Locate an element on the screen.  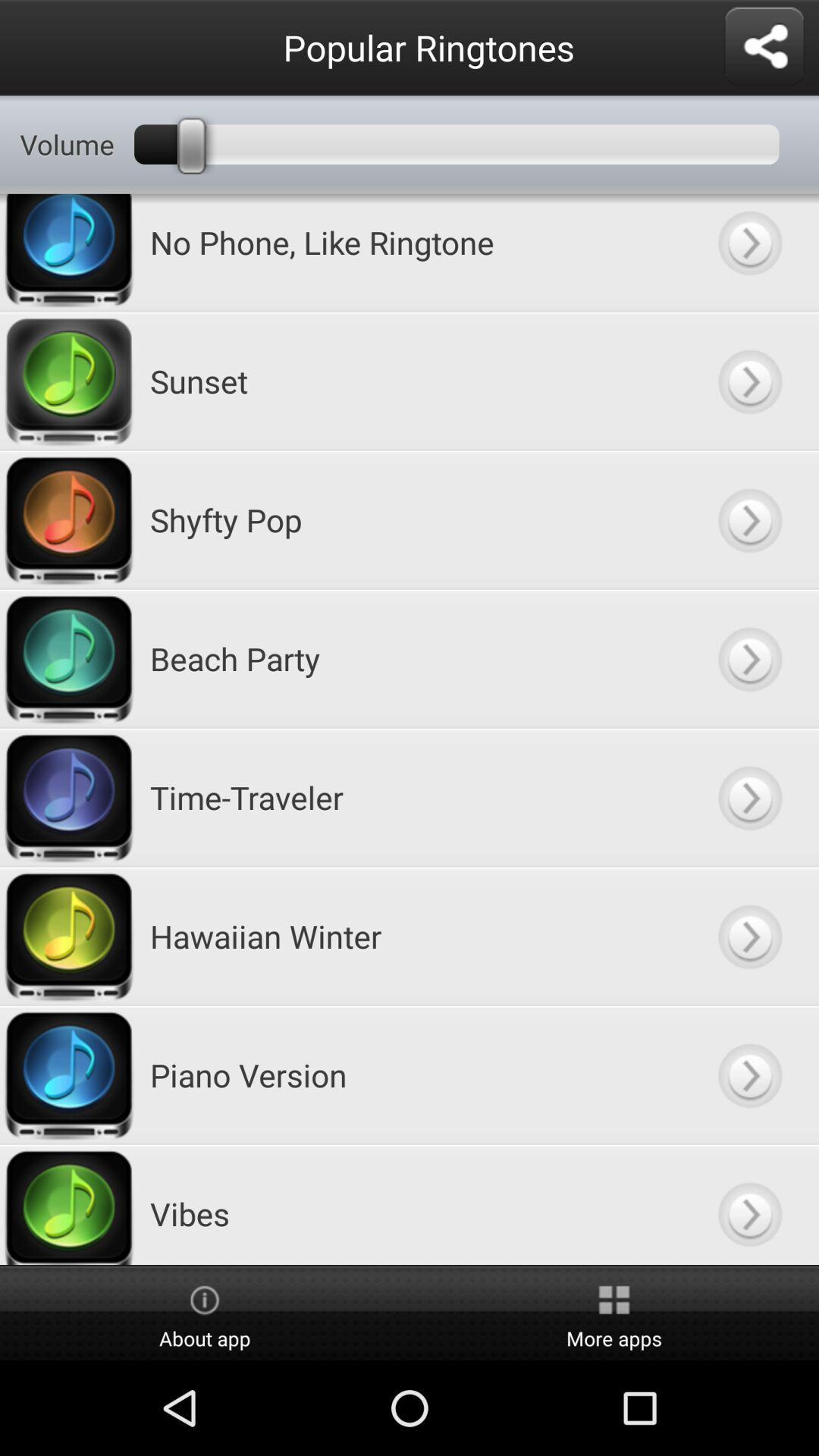
hawaiian winter option is located at coordinates (748, 935).